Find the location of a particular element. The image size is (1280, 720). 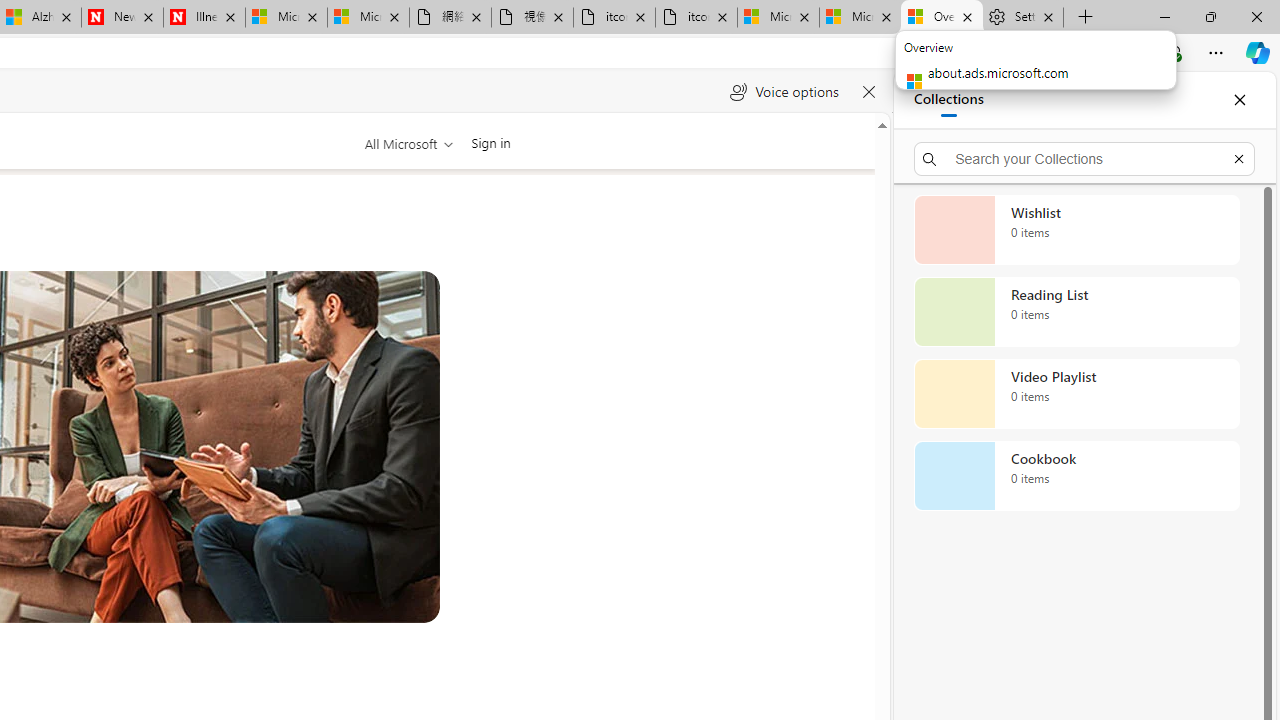

'Exit search' is located at coordinates (1238, 158).